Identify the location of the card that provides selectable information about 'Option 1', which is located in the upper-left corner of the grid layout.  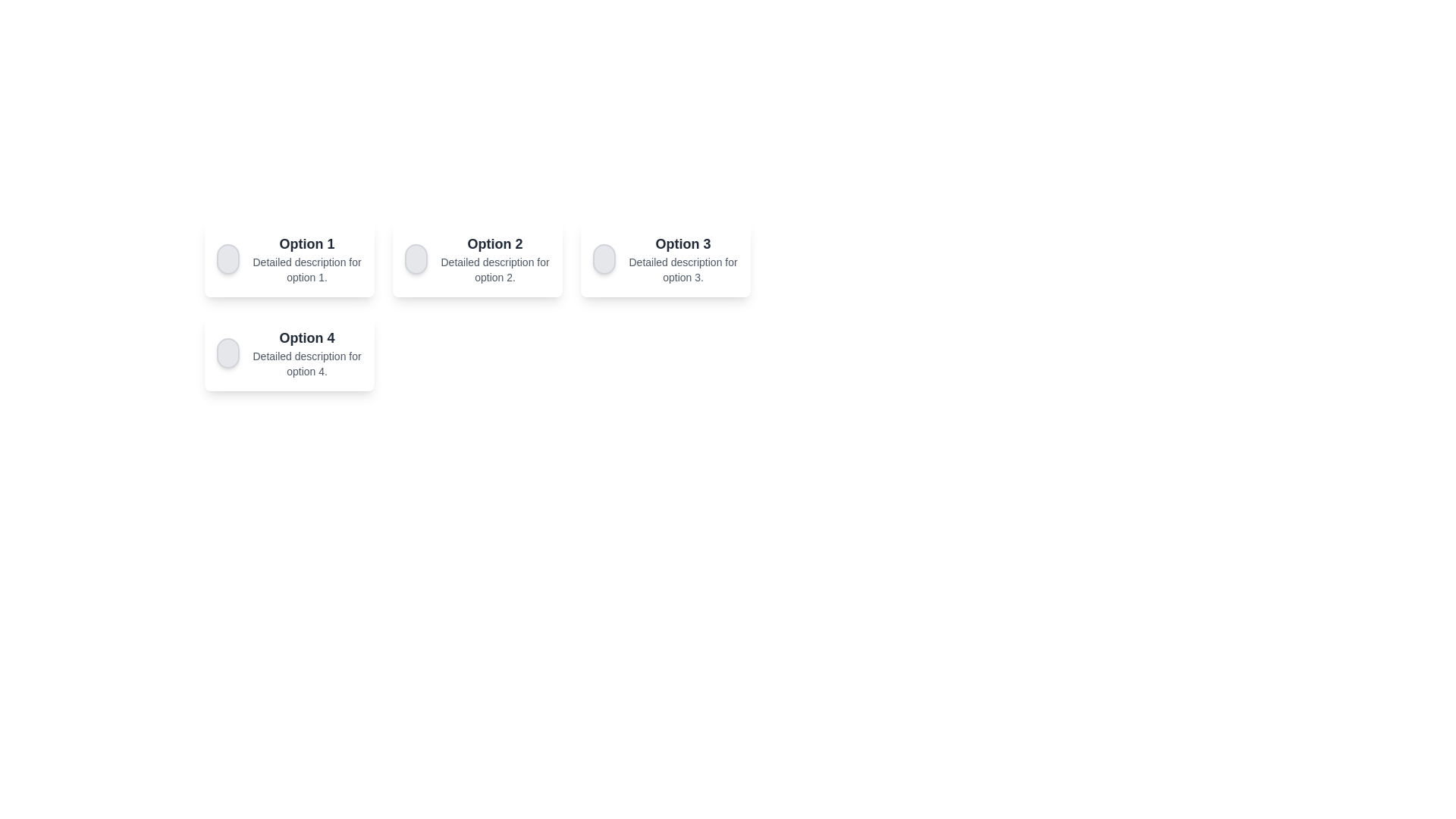
(290, 259).